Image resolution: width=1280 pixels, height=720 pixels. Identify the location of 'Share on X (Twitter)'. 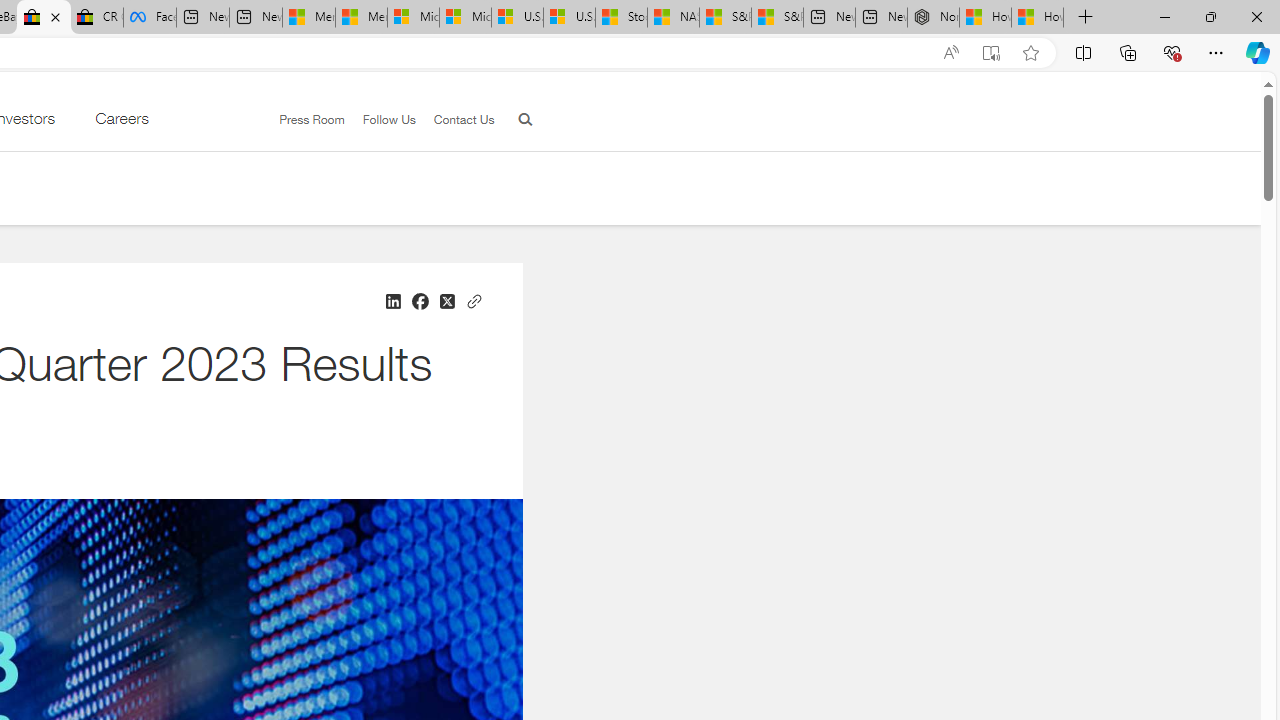
(445, 301).